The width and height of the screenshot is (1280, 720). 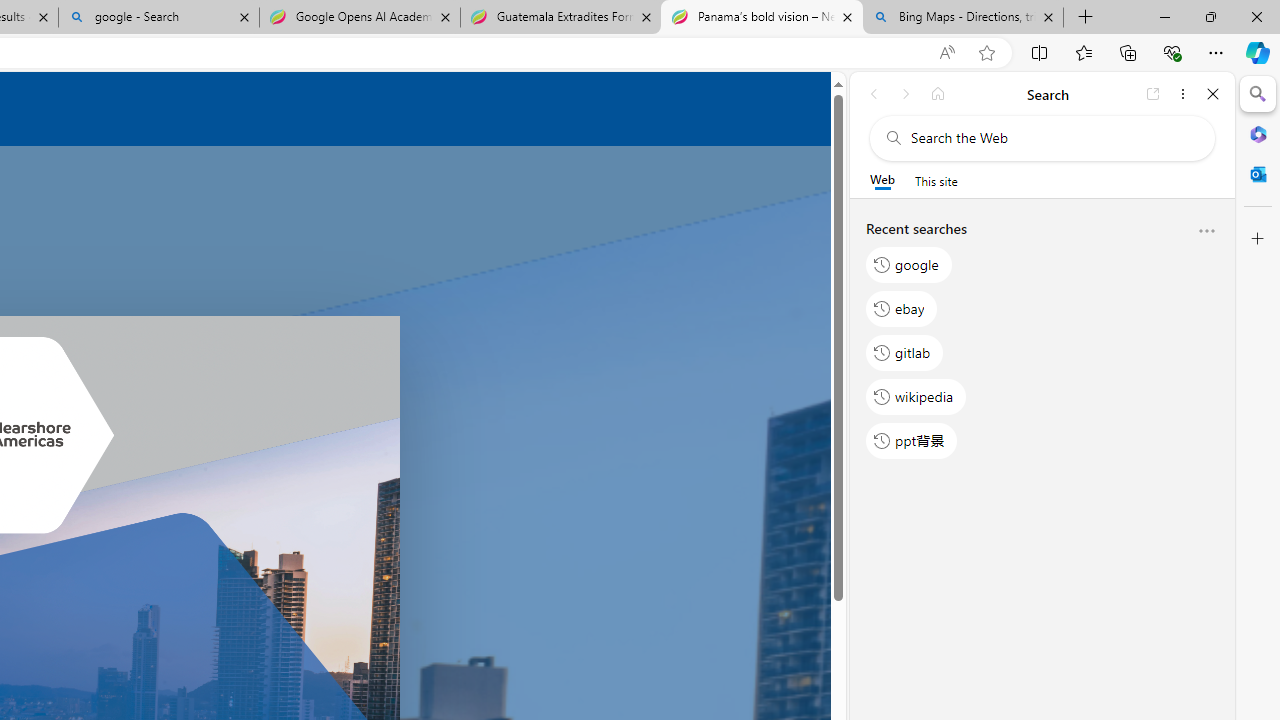 What do you see at coordinates (901, 308) in the screenshot?
I see `'ebay'` at bounding box center [901, 308].